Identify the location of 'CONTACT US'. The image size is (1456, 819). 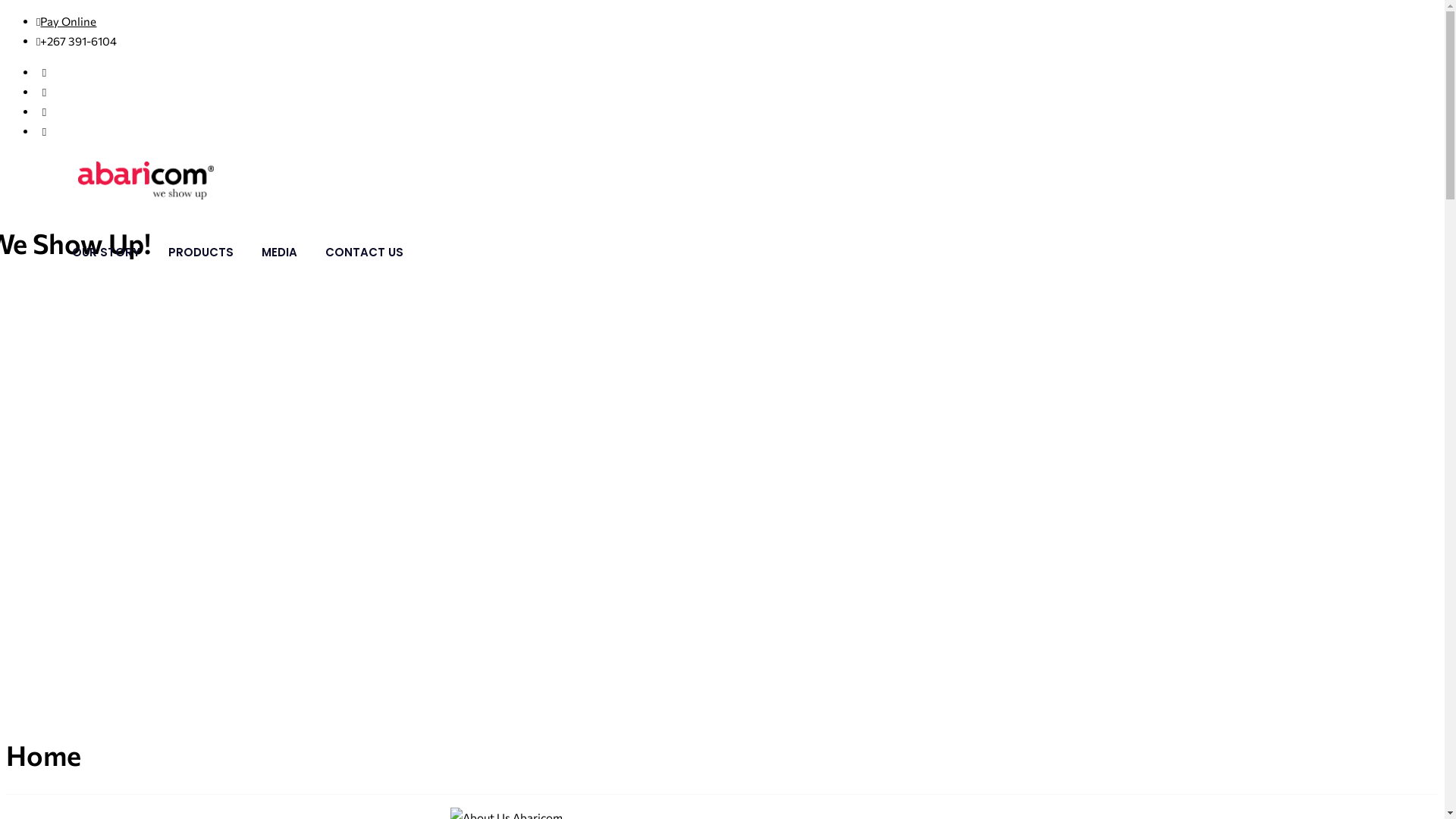
(364, 251).